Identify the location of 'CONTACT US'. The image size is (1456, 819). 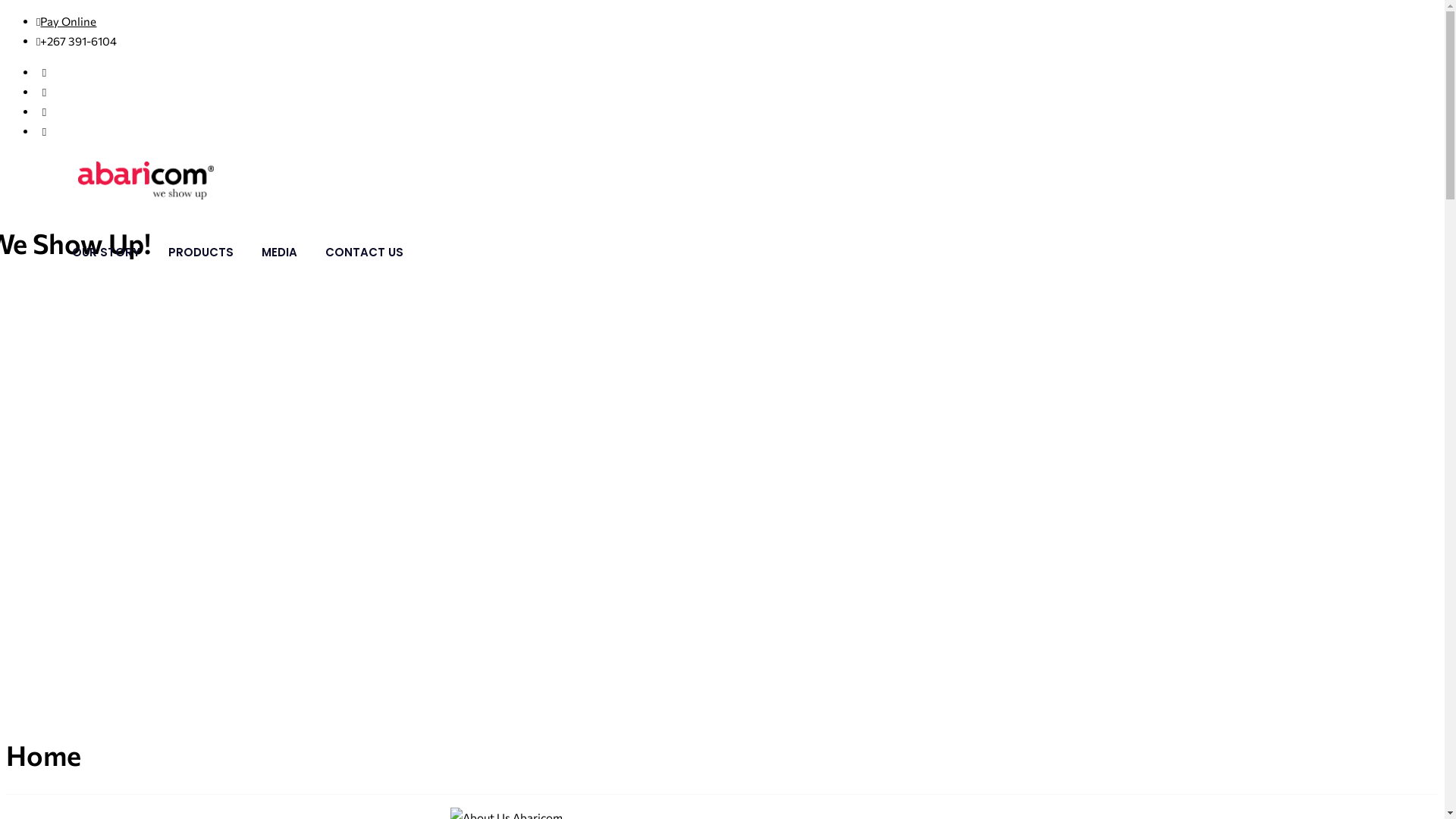
(364, 251).